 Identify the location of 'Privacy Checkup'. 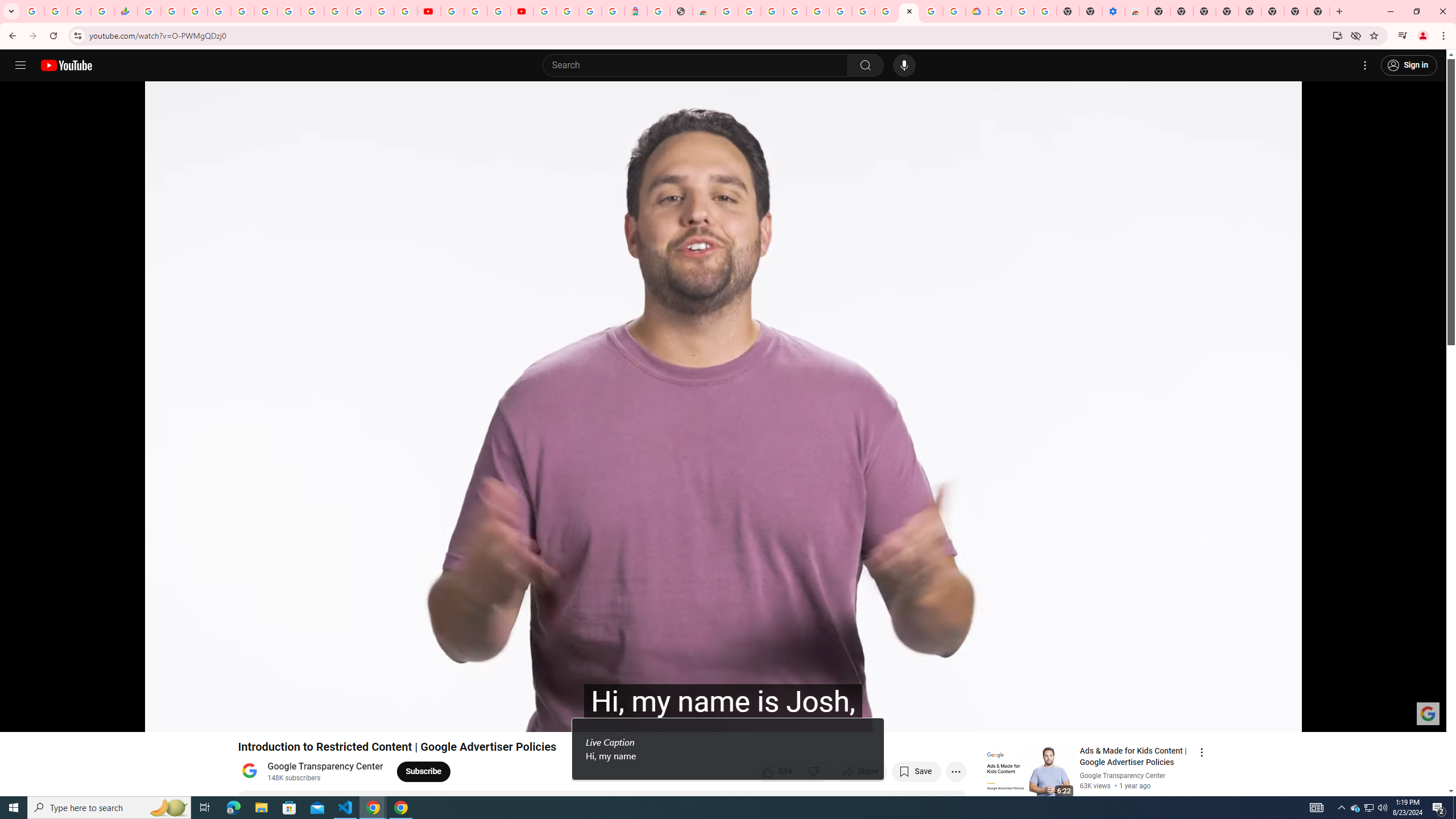
(405, 11).